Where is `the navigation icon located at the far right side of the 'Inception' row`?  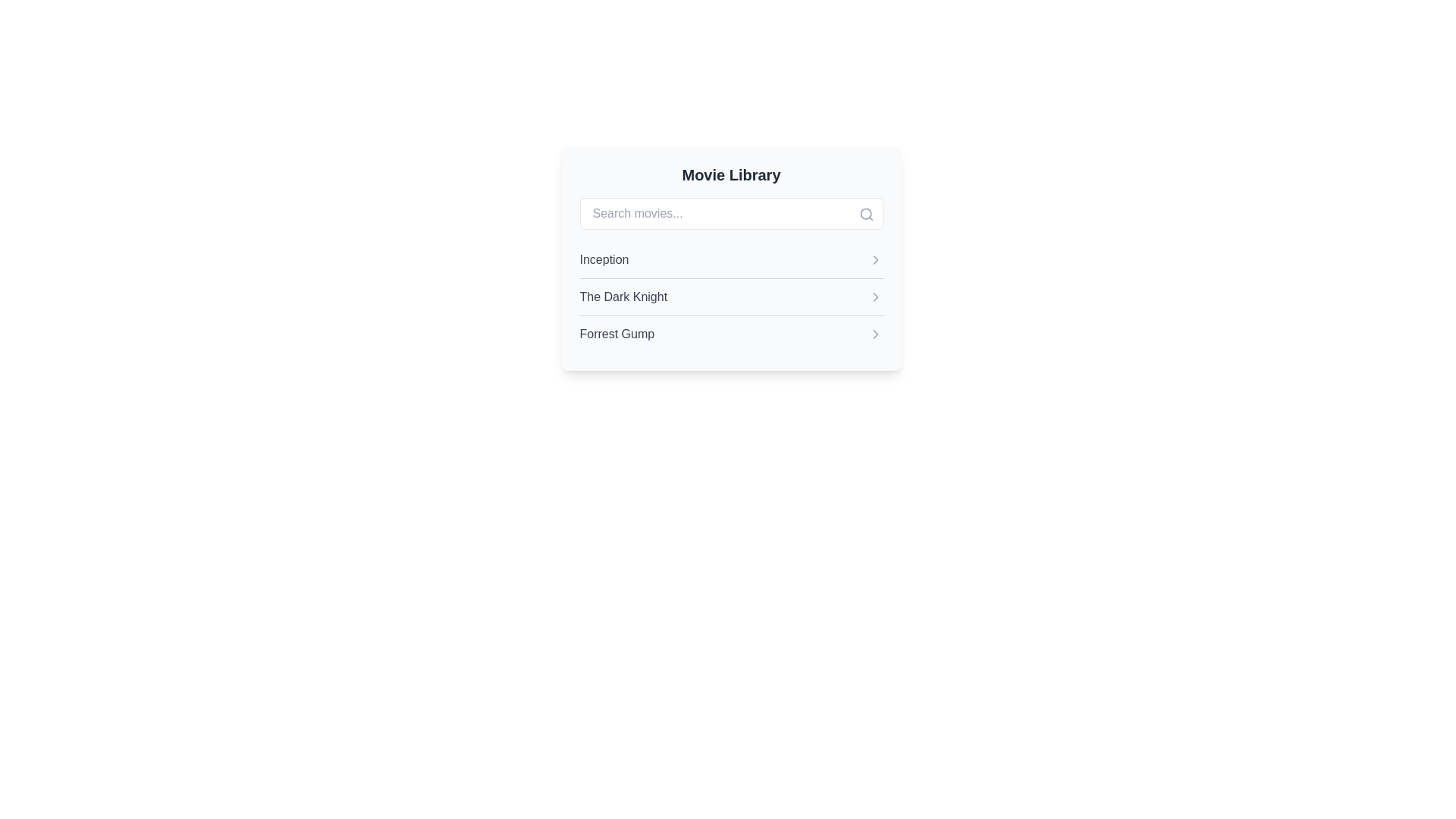 the navigation icon located at the far right side of the 'Inception' row is located at coordinates (875, 259).